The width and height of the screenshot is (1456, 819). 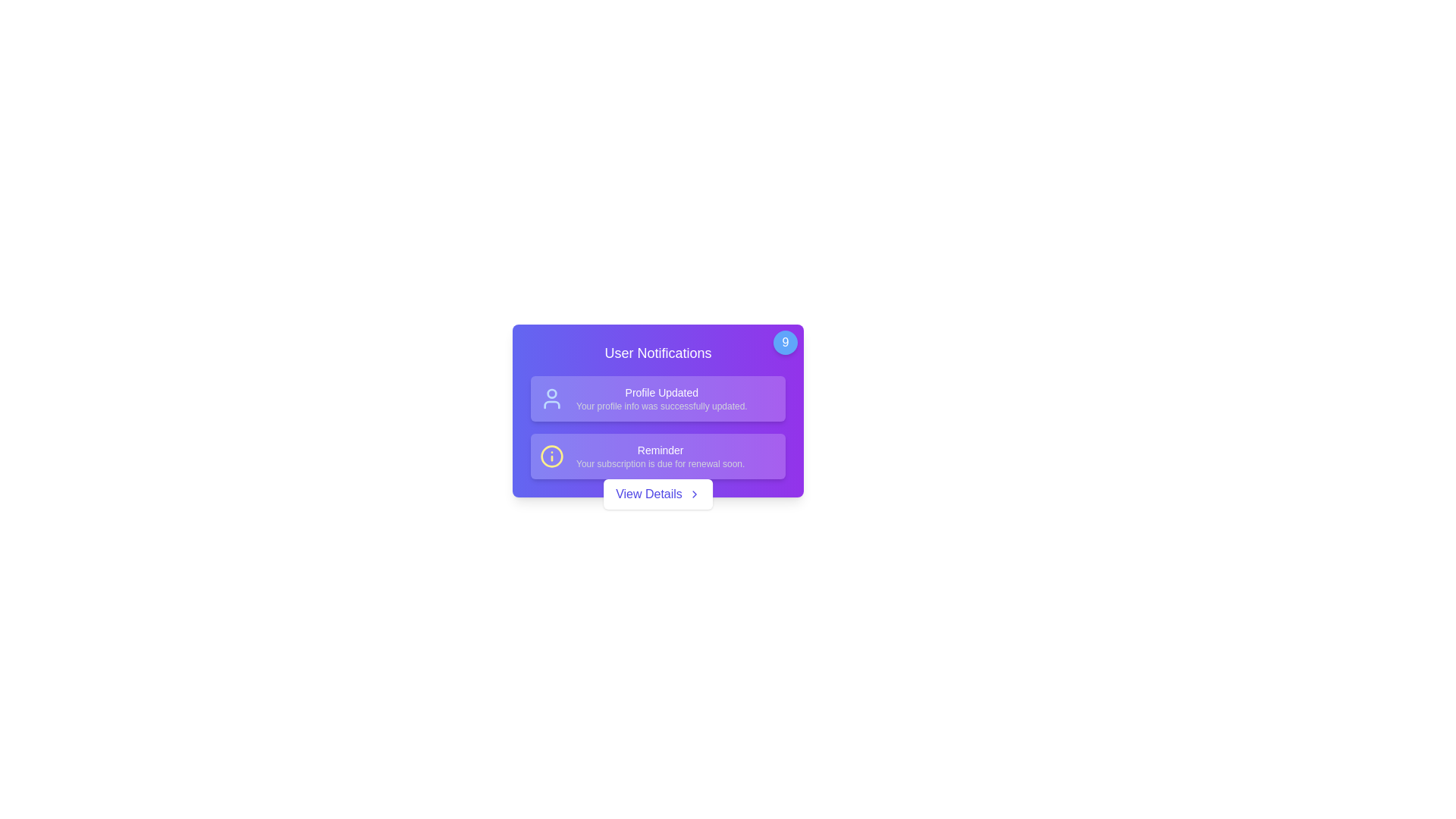 I want to click on the central circular component of the reminder informational icon located in the notification card, so click(x=551, y=455).